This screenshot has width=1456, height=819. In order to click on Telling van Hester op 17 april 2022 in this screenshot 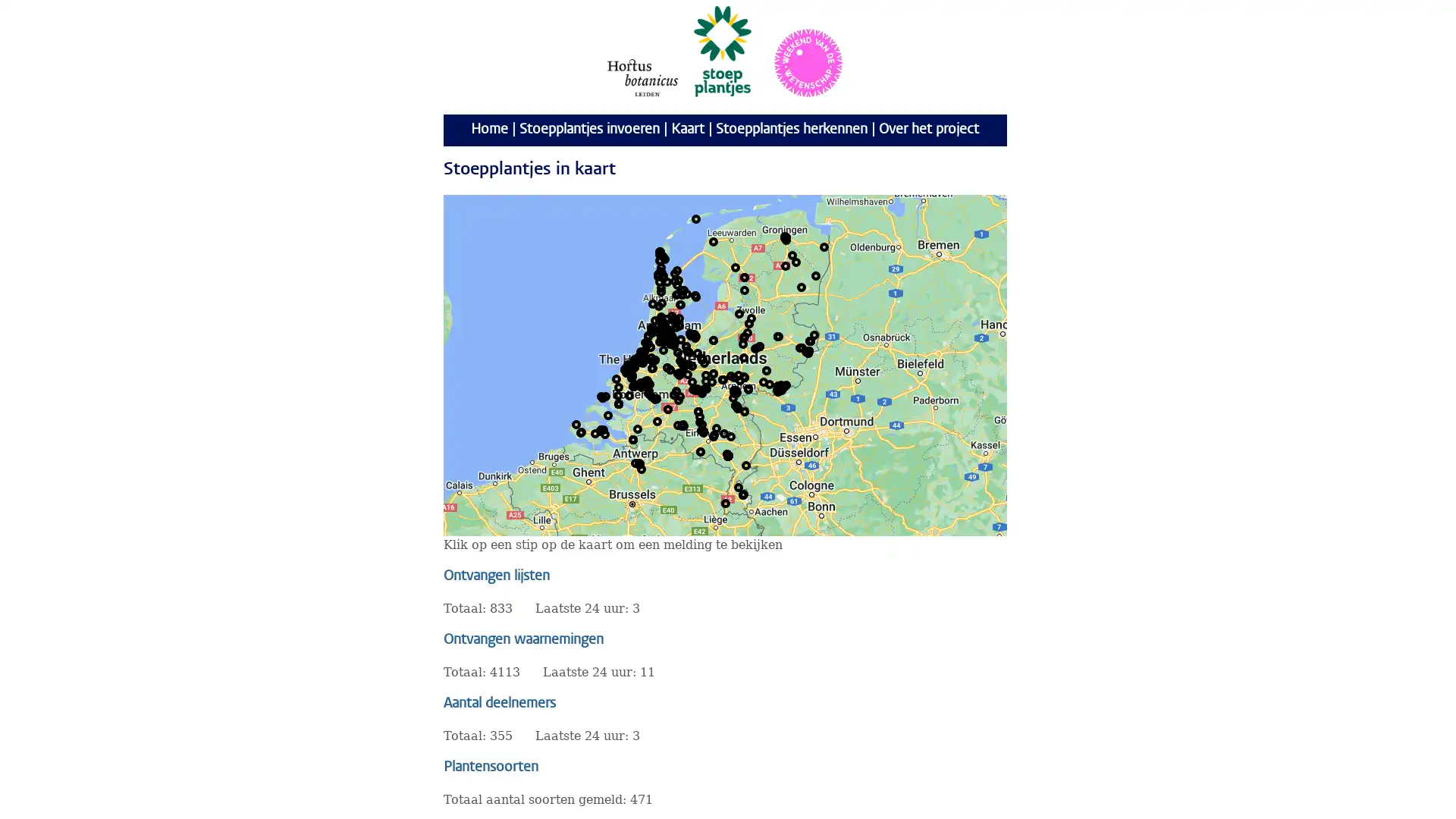, I will do `click(679, 304)`.